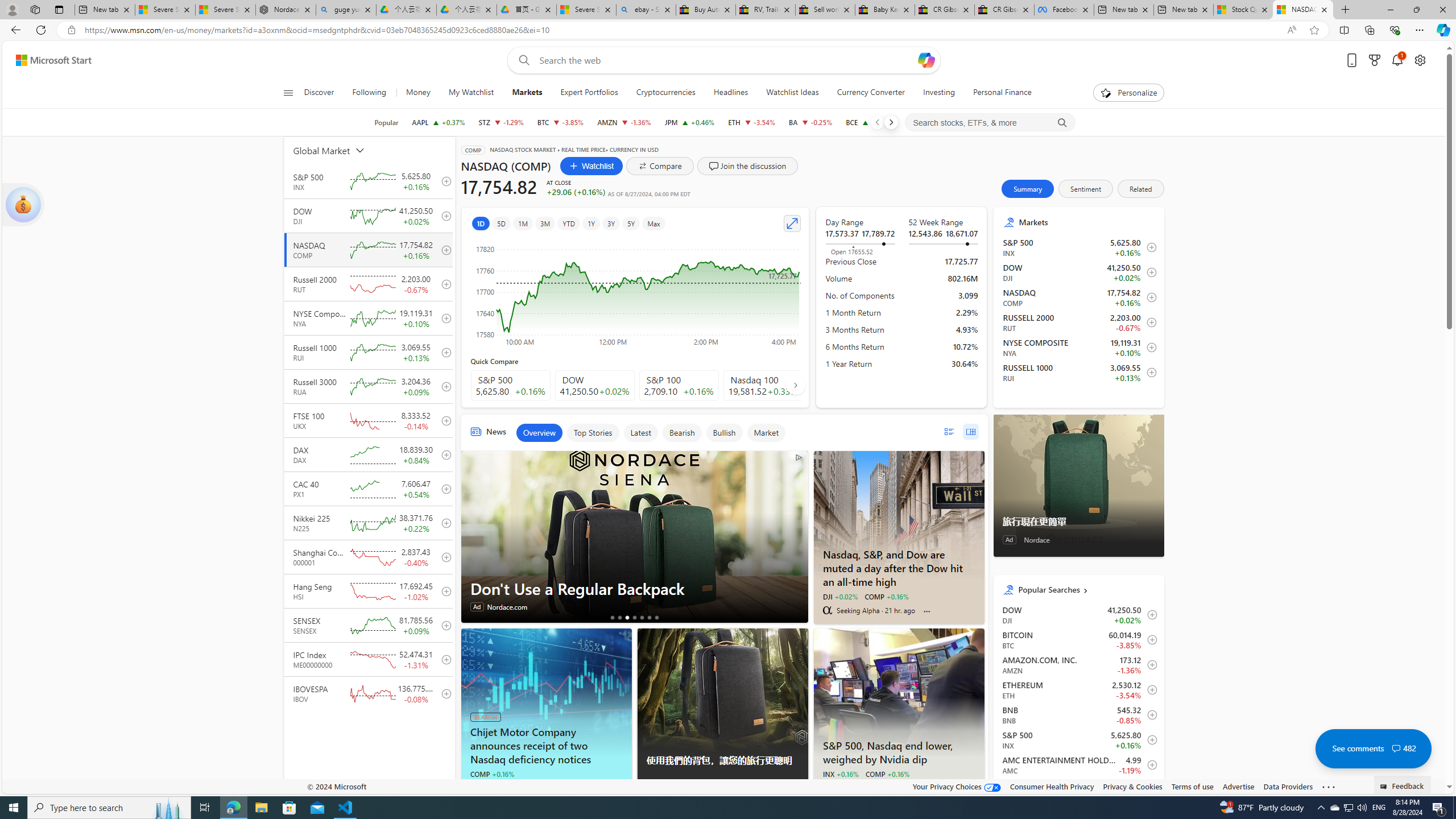 Image resolution: width=1456 pixels, height=819 pixels. Describe the element at coordinates (795, 384) in the screenshot. I see `'AutomationID: finance_carousel_navi_right'` at that location.